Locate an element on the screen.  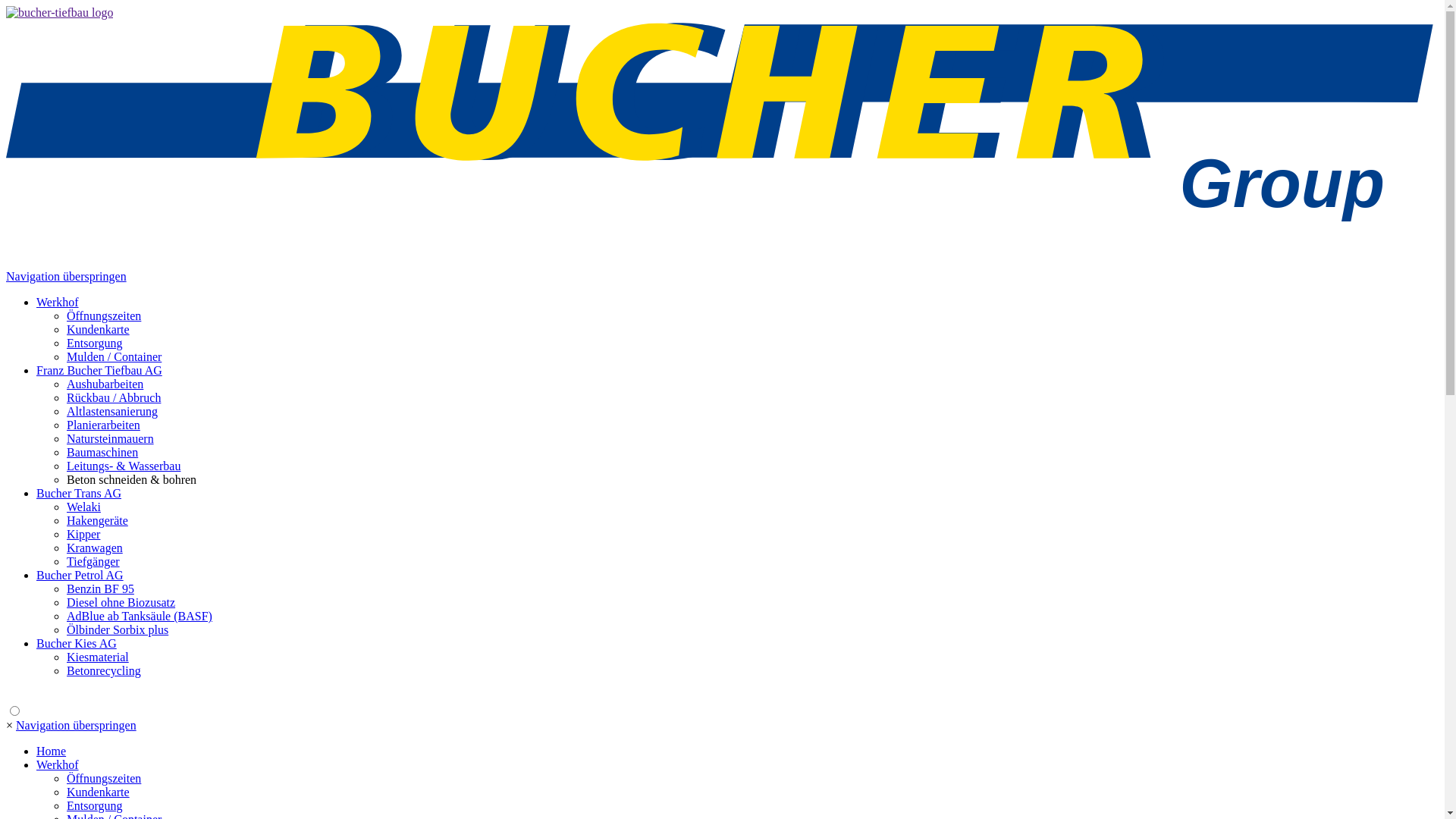
'Welaki' is located at coordinates (65, 507).